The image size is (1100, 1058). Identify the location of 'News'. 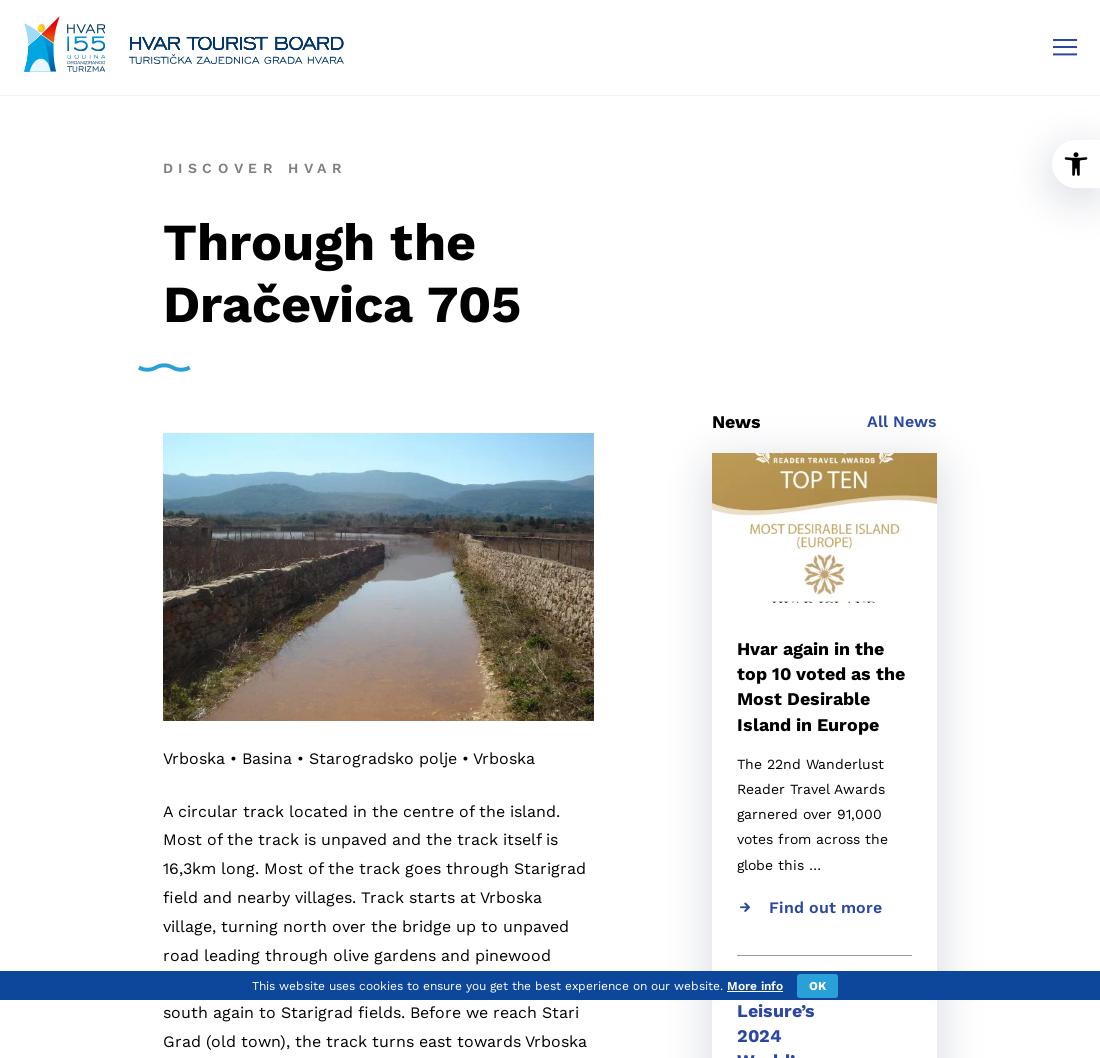
(711, 421).